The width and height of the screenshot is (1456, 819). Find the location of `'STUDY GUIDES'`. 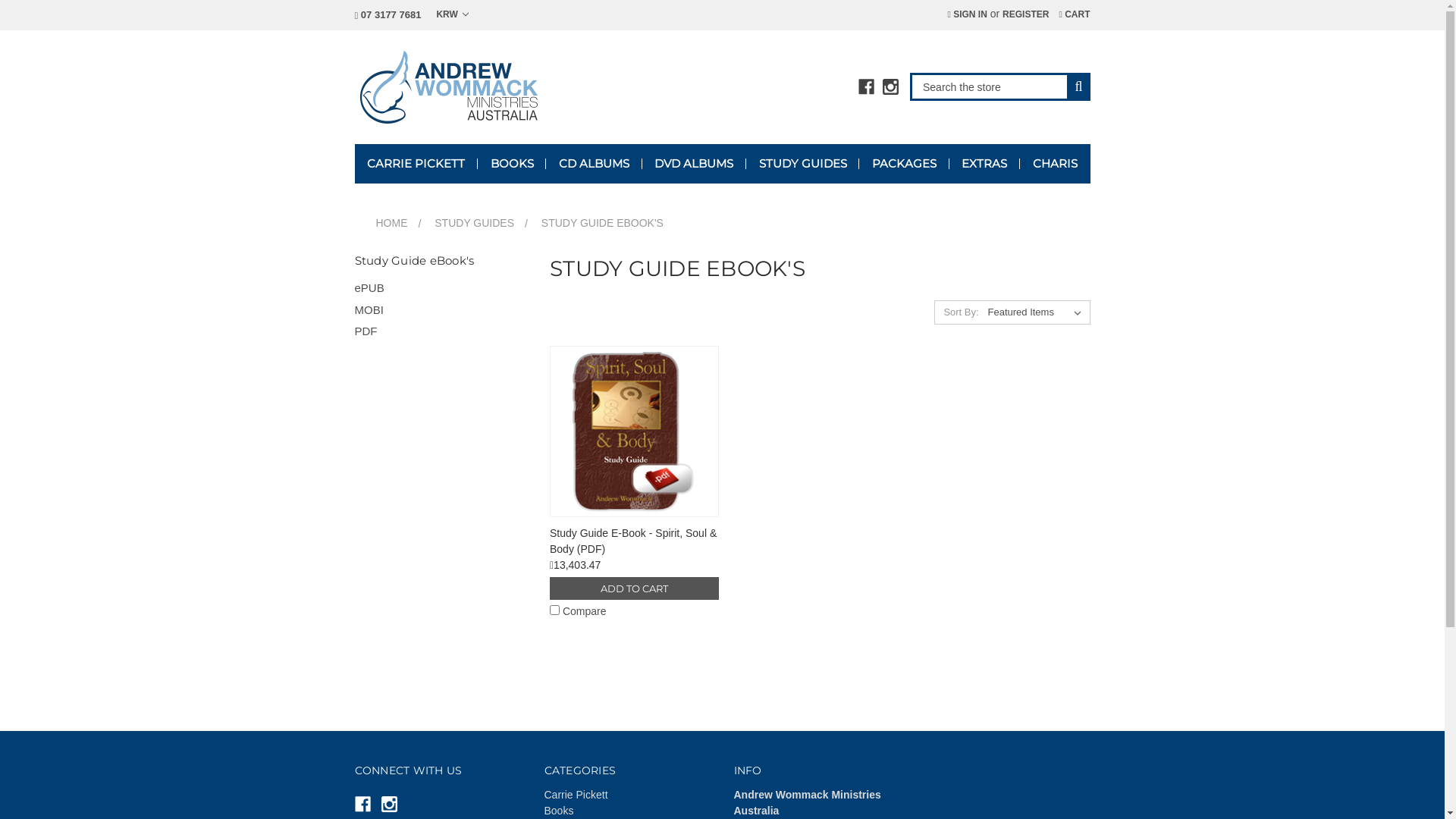

'STUDY GUIDES' is located at coordinates (802, 164).